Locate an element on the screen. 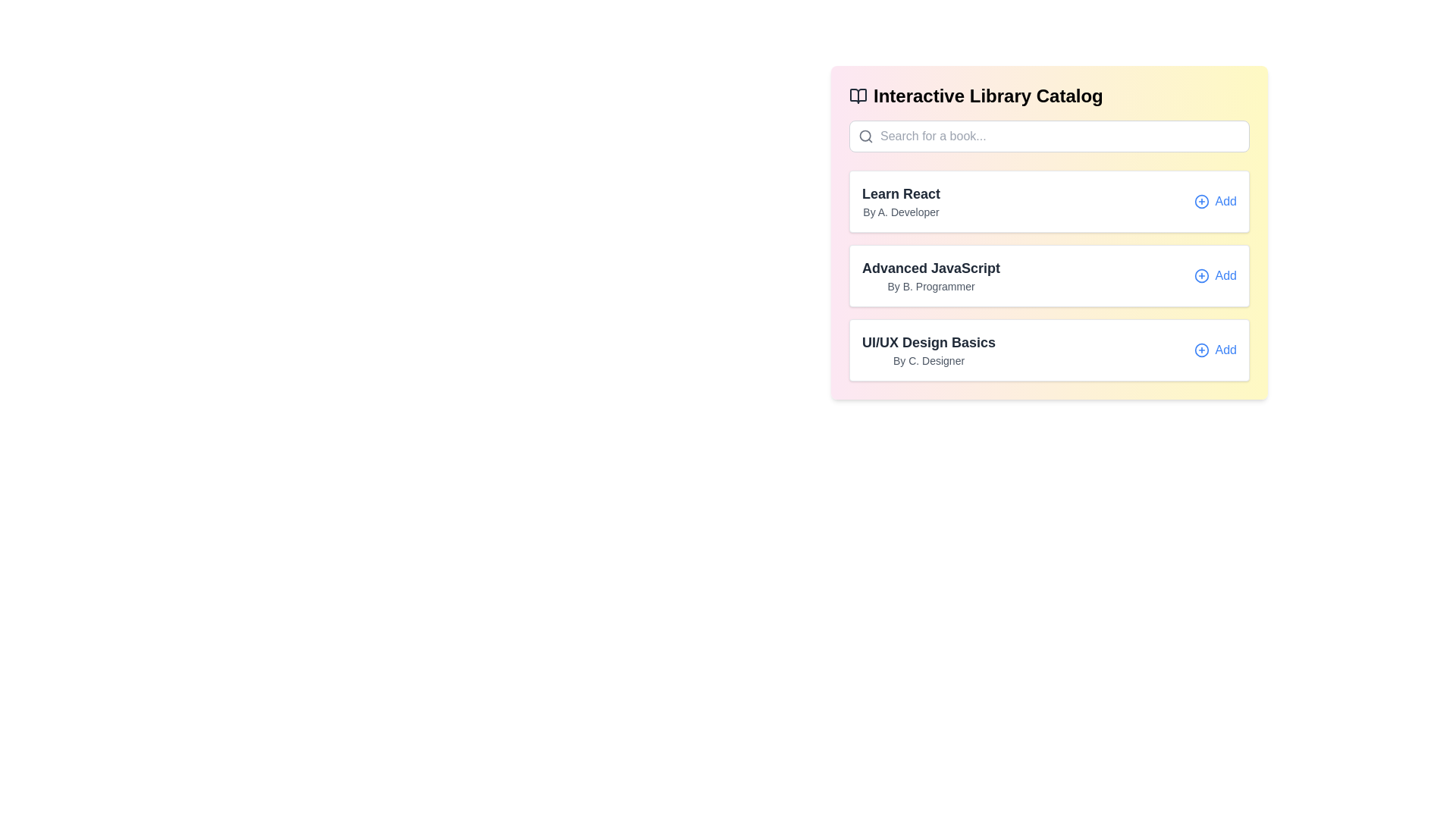  the button icon is located at coordinates (1200, 275).